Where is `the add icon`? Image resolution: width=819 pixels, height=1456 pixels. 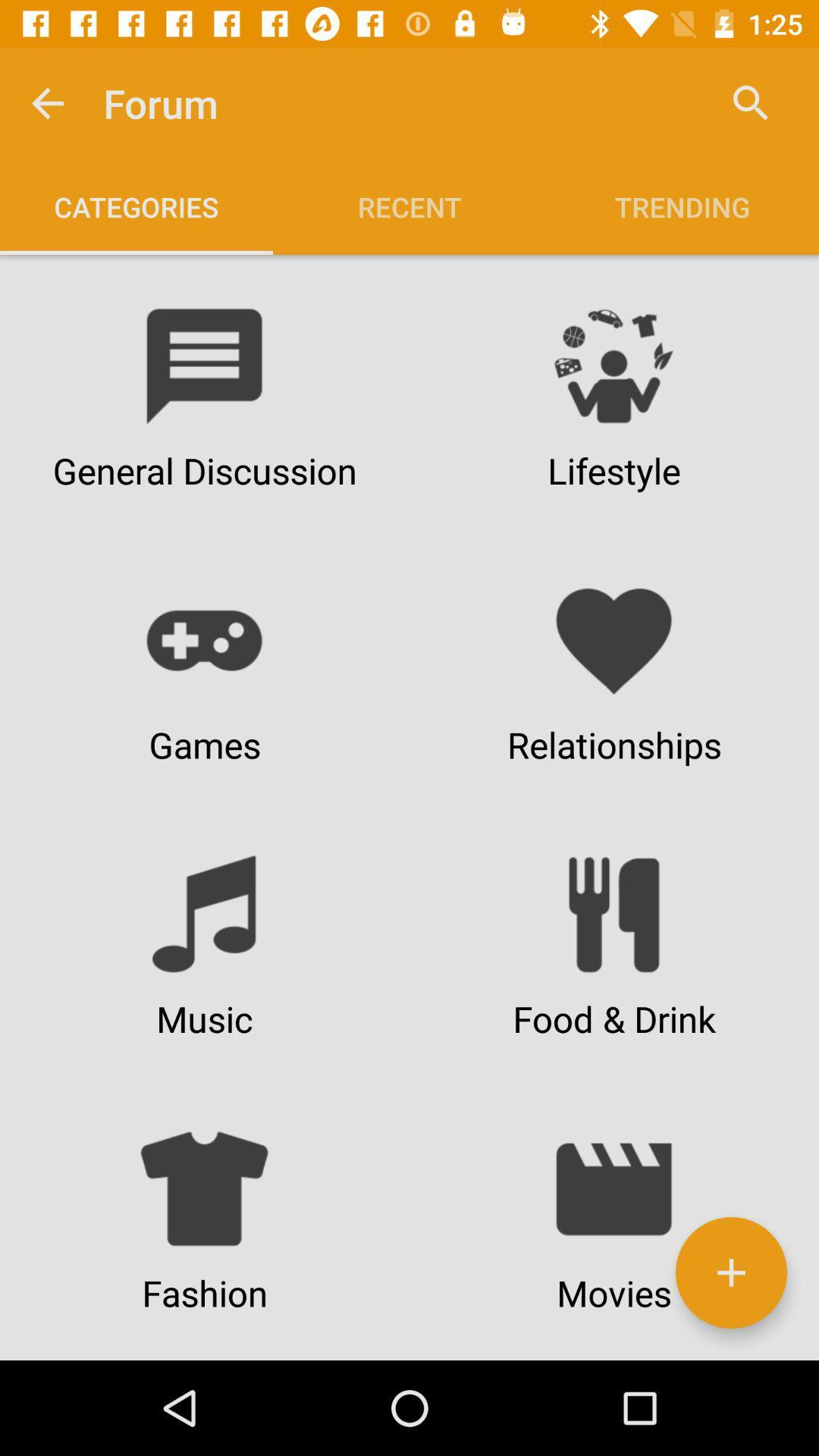 the add icon is located at coordinates (730, 1272).